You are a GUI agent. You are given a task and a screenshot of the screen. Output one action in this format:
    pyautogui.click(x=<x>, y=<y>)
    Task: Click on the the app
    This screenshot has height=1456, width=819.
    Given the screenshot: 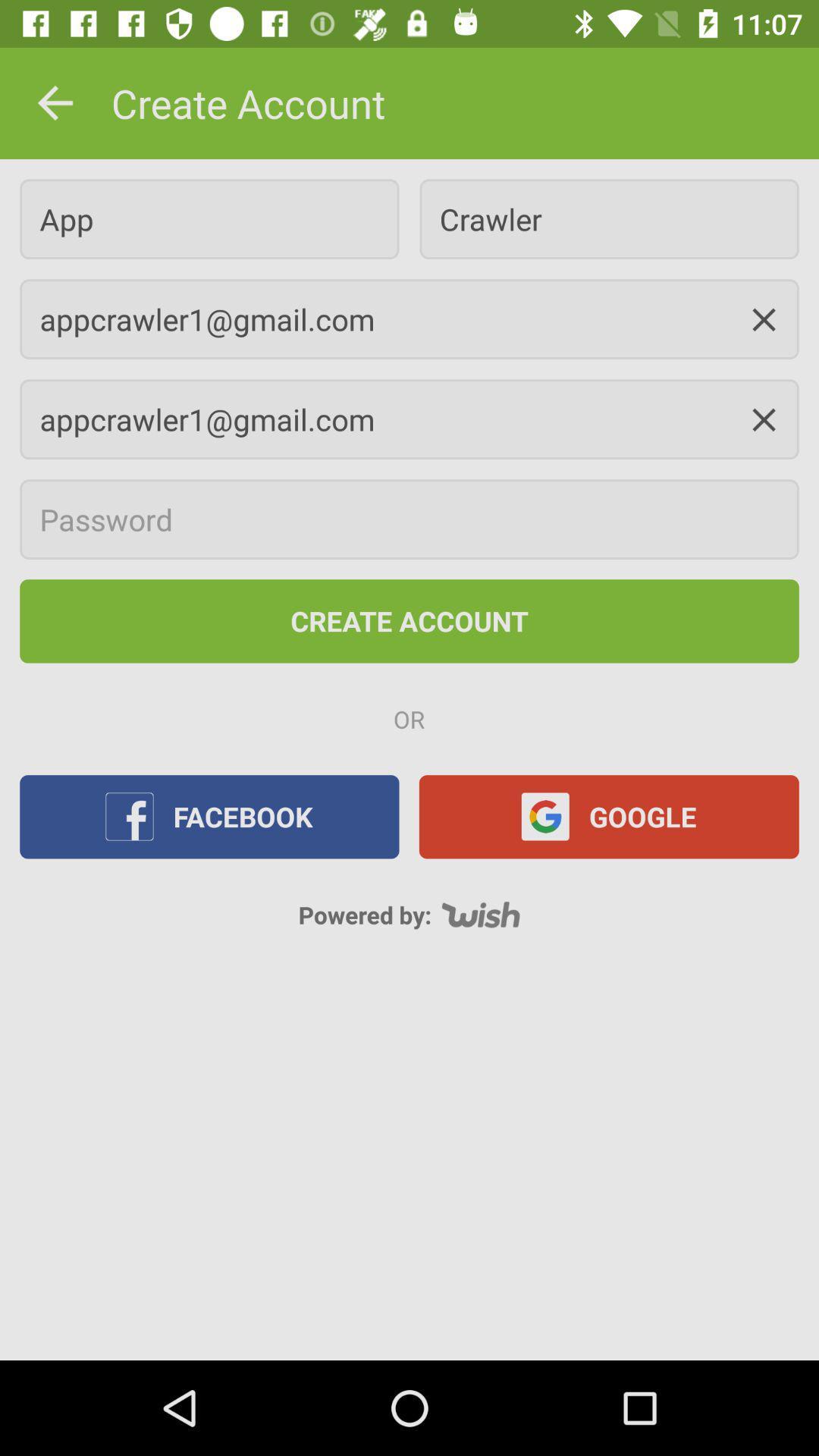 What is the action you would take?
    pyautogui.click(x=209, y=218)
    